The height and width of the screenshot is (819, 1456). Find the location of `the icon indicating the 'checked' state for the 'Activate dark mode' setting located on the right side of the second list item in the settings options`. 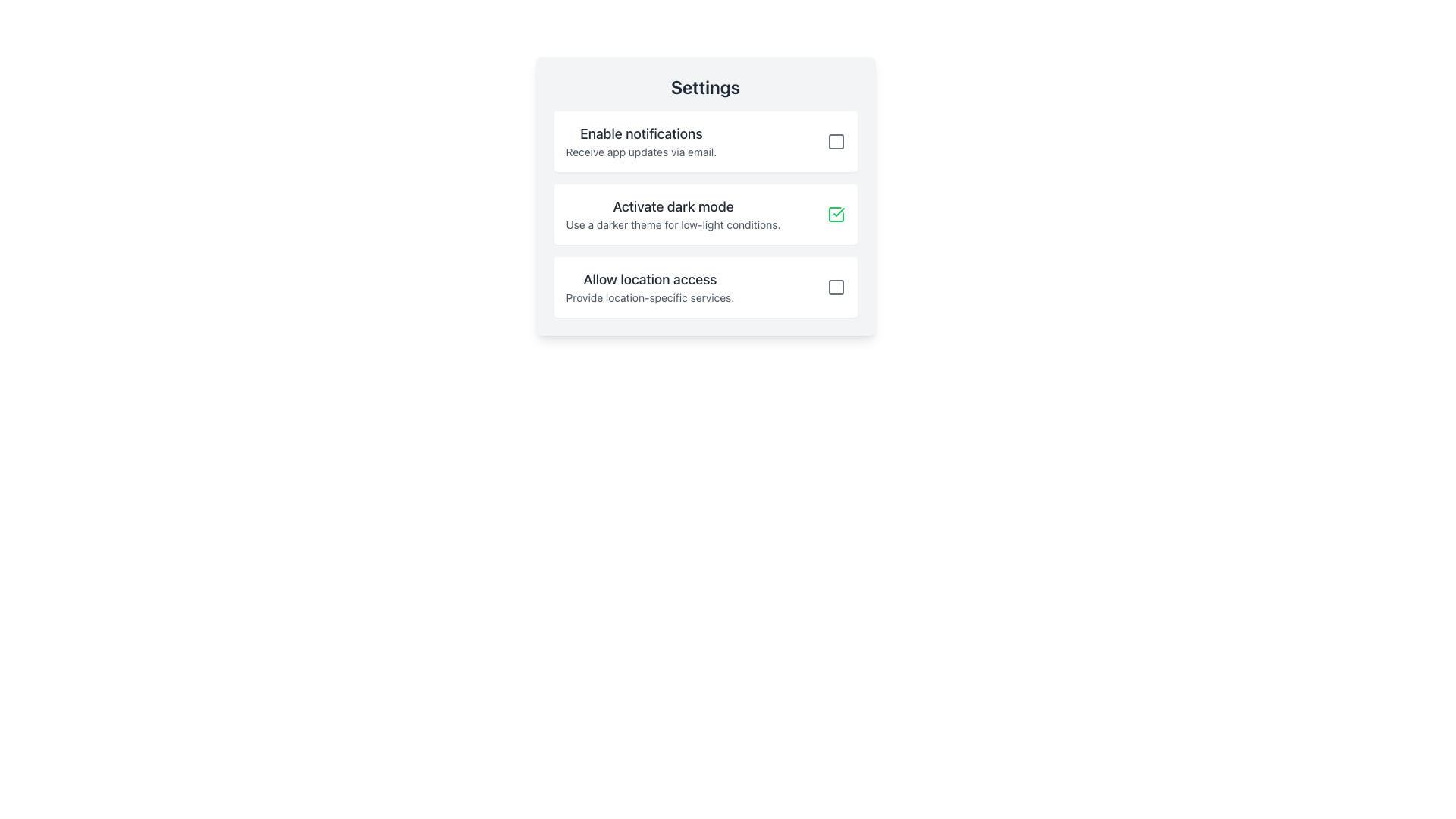

the icon indicating the 'checked' state for the 'Activate dark mode' setting located on the right side of the second list item in the settings options is located at coordinates (837, 212).